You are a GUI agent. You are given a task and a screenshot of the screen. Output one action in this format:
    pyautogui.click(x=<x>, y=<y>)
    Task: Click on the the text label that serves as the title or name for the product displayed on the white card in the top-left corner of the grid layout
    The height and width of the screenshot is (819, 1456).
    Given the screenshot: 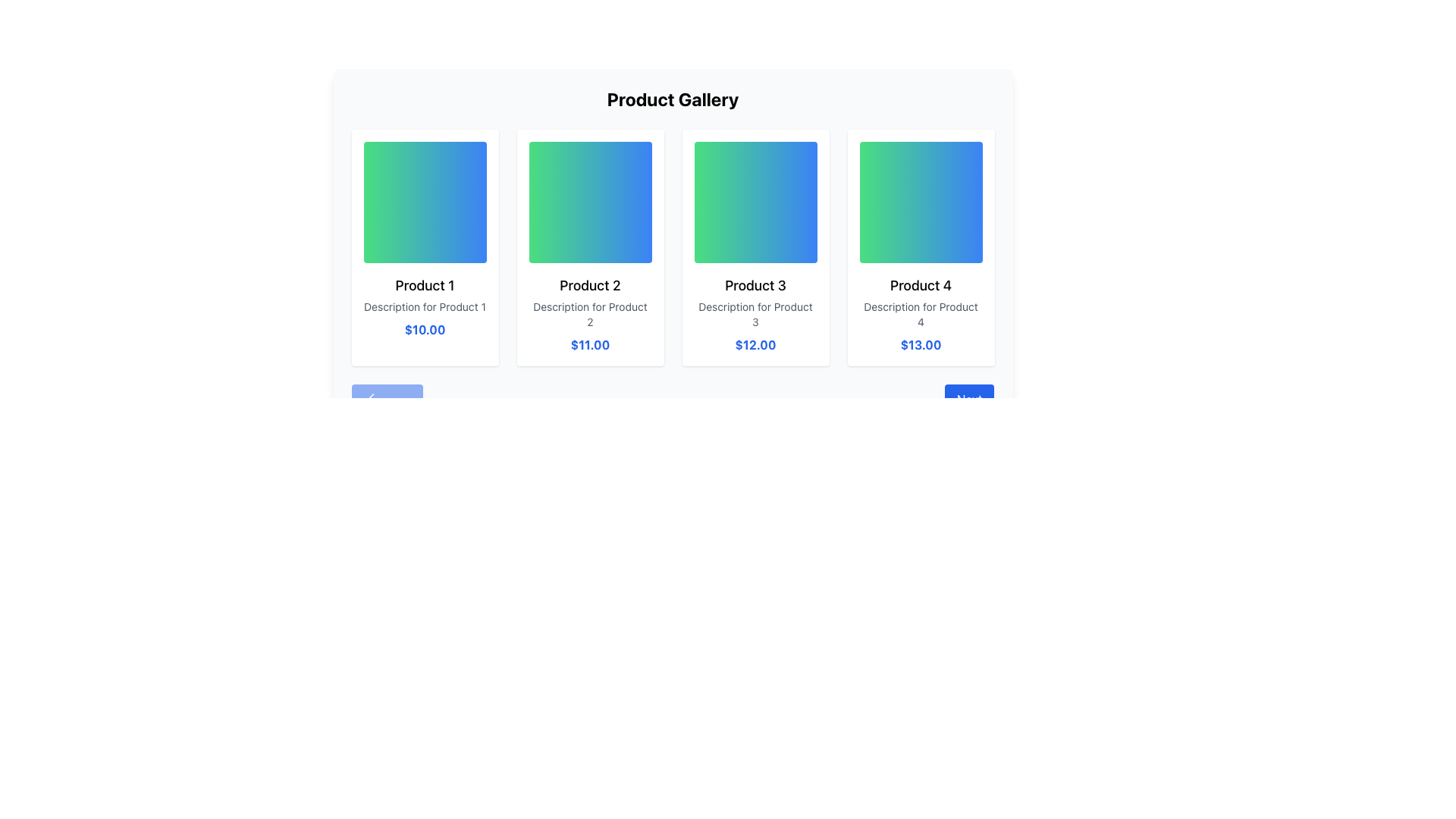 What is the action you would take?
    pyautogui.click(x=425, y=286)
    